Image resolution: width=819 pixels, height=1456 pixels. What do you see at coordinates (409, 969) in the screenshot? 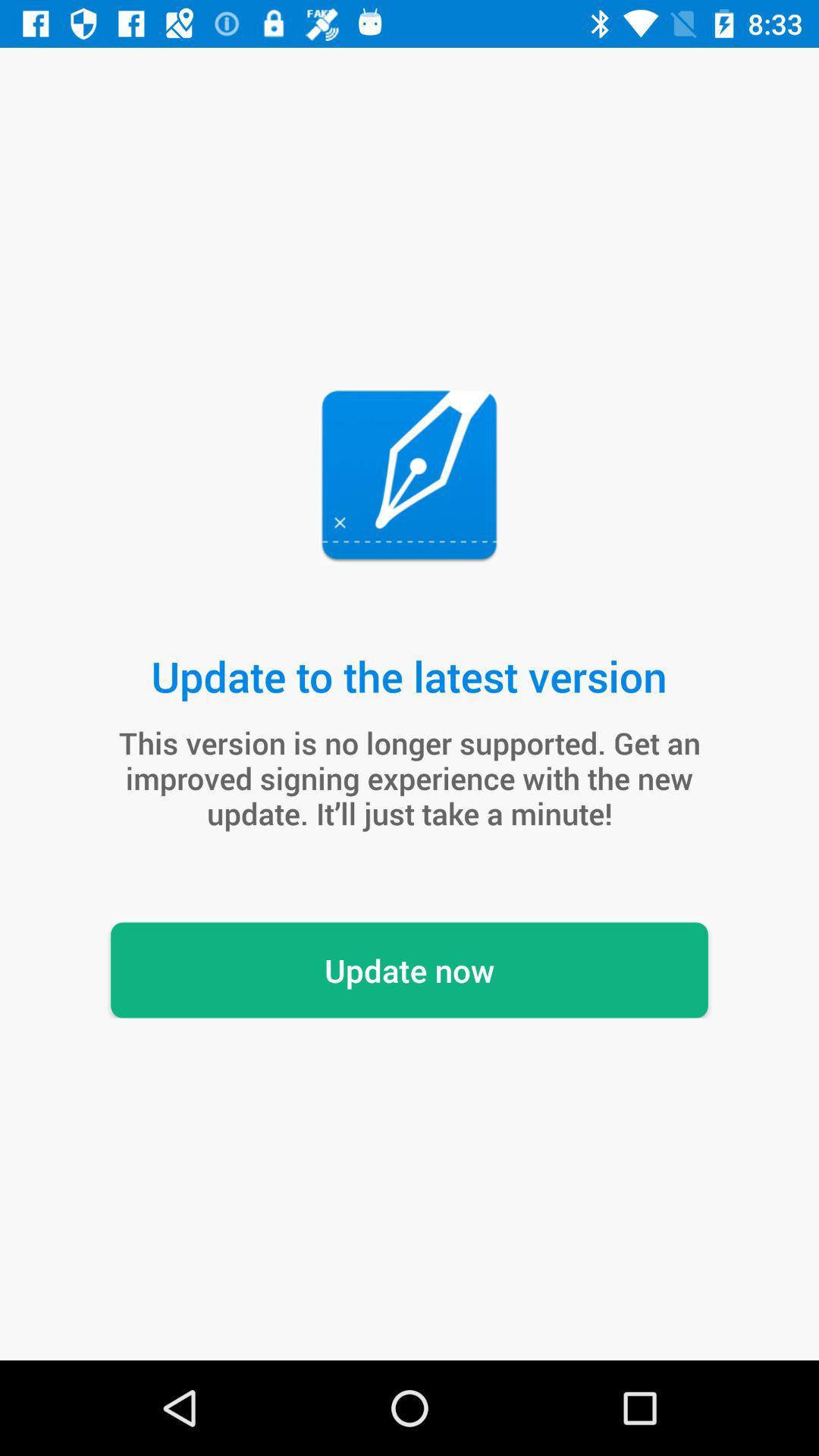
I see `the item below the this version is item` at bounding box center [409, 969].